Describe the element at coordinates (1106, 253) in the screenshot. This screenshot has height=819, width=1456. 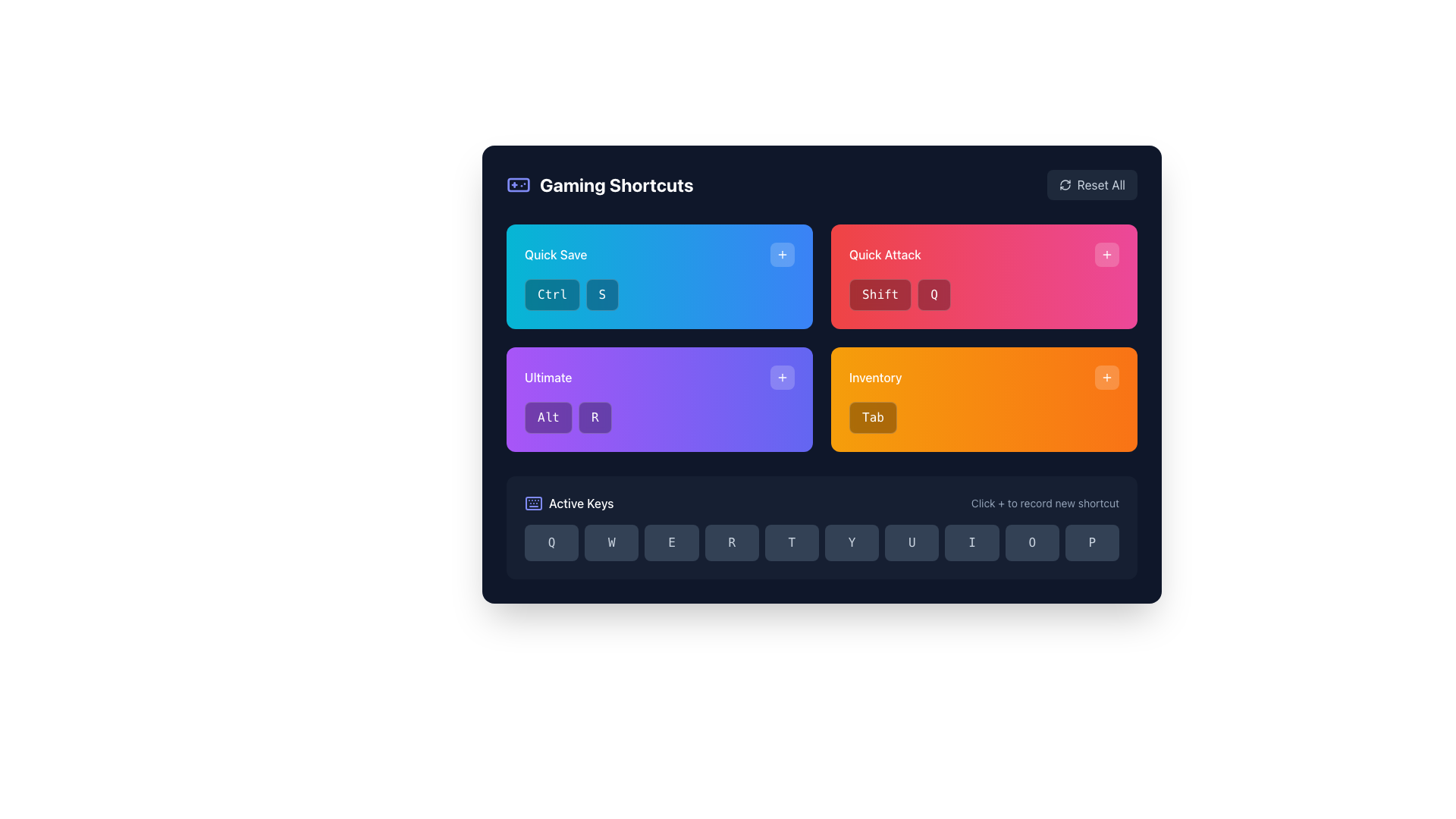
I see `the small square button with rounded corners, featuring a plus icon, located at the top-right corner of the 'Quick Attack' card` at that location.